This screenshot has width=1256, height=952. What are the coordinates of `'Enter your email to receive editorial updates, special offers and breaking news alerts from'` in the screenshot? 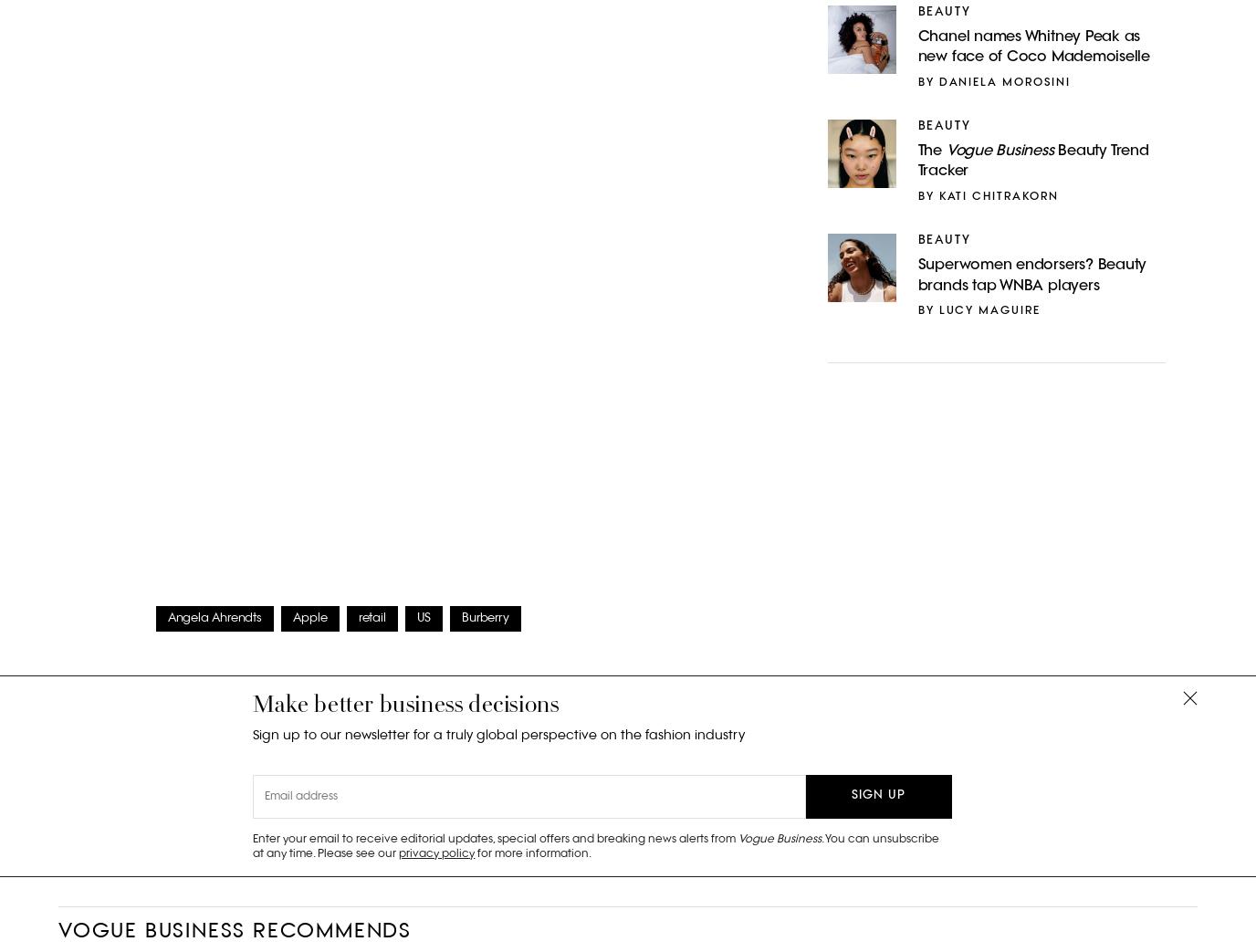 It's located at (495, 837).